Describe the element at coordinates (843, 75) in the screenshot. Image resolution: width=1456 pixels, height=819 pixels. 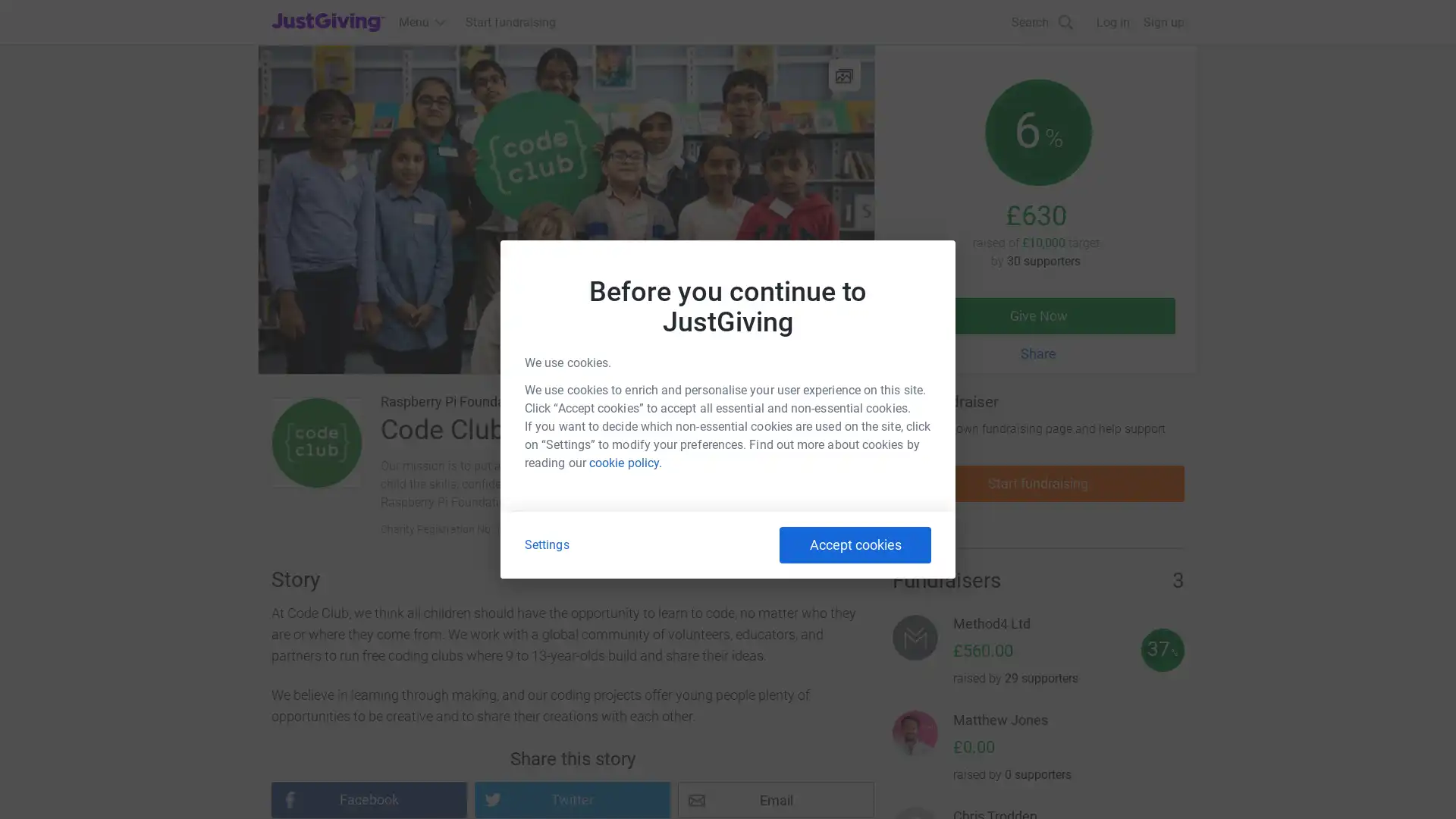
I see `Open the Image Gallery` at that location.